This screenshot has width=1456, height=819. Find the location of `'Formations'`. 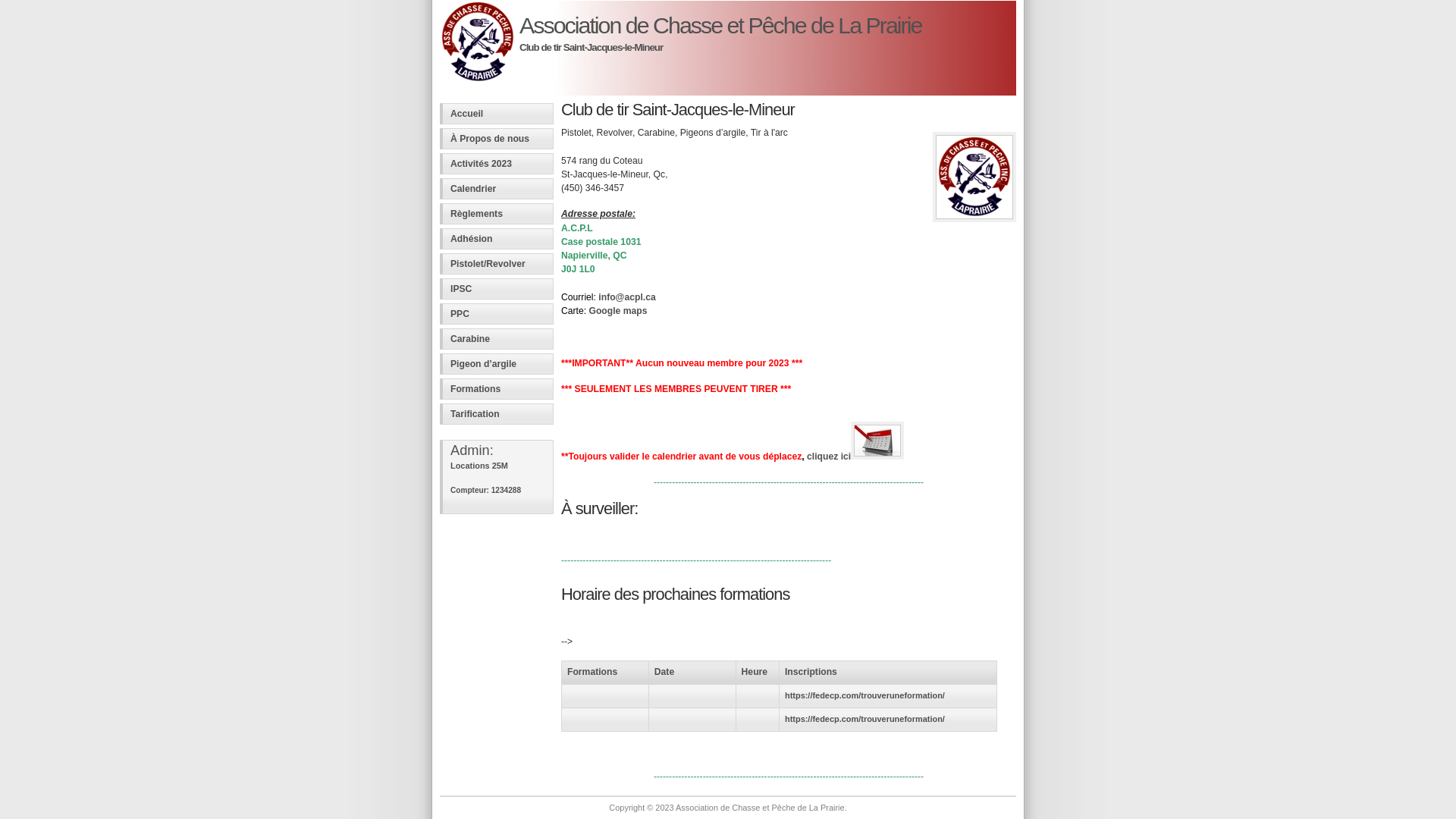

'Formations' is located at coordinates (496, 388).